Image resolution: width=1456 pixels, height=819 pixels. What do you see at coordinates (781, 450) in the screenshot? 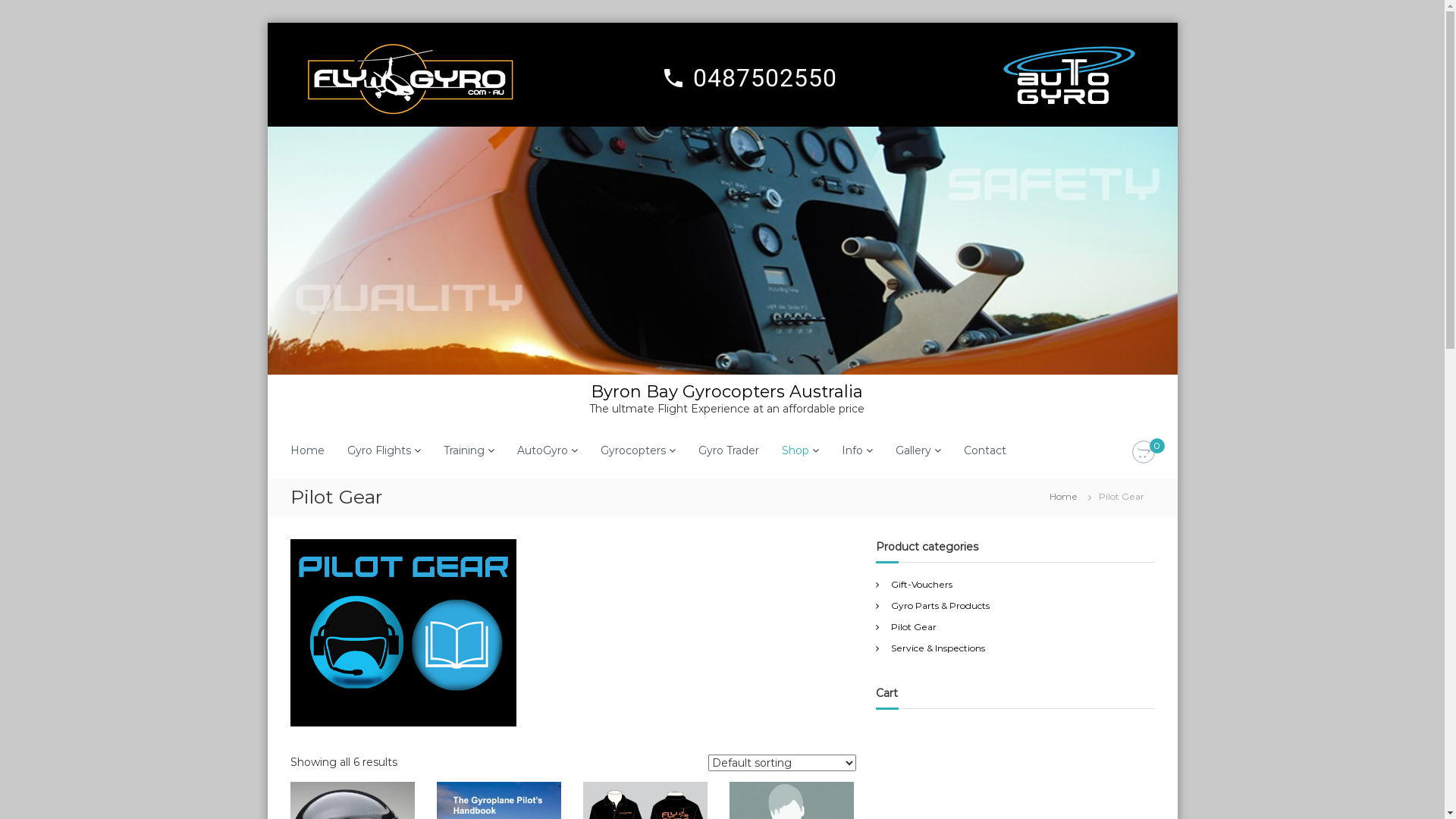
I see `'Shop'` at bounding box center [781, 450].